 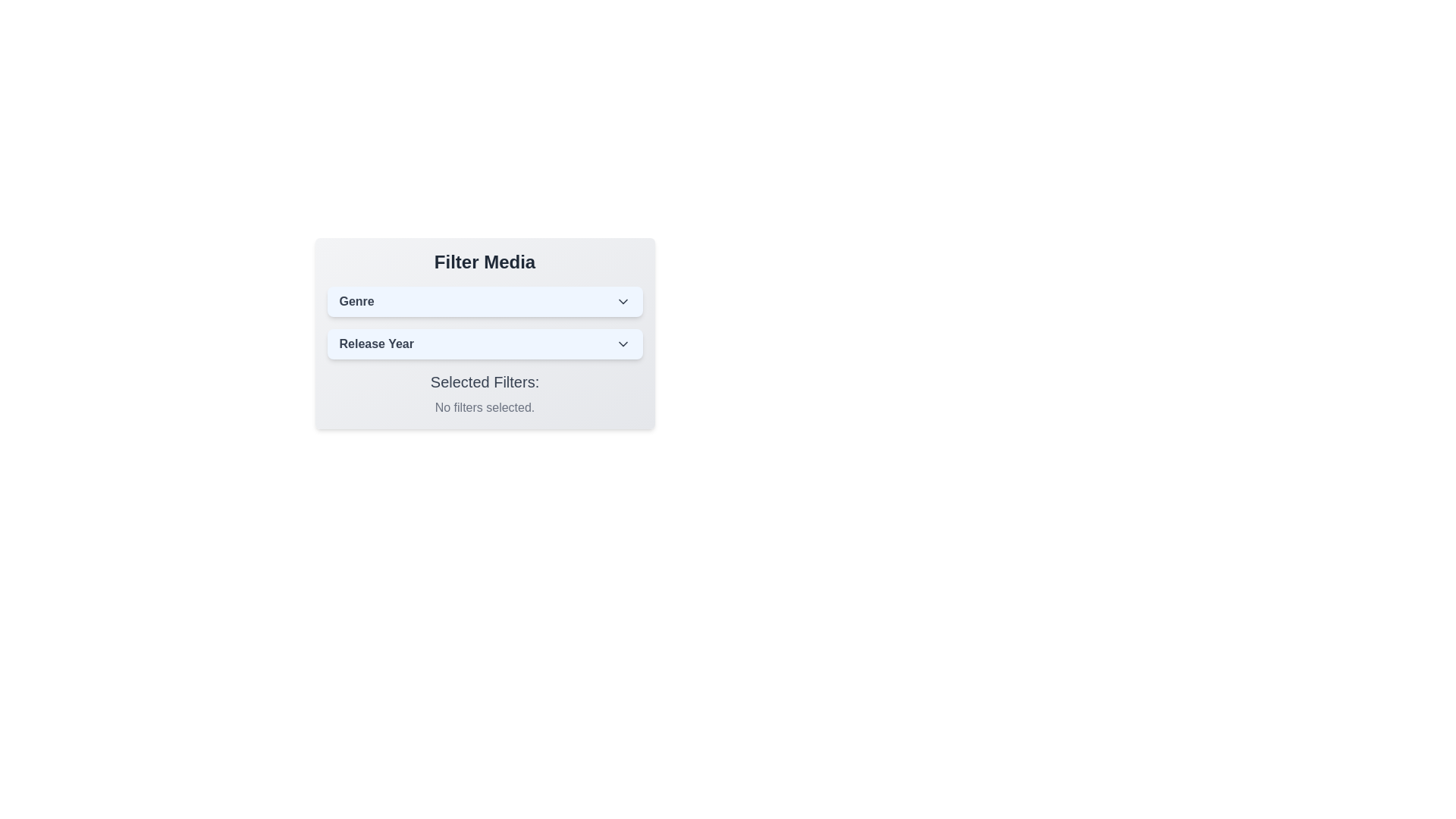 I want to click on the text label indicating that no filters have currently been selected, located below 'Selected Filters:' in the 'Filter Media' modal interface, so click(x=484, y=406).